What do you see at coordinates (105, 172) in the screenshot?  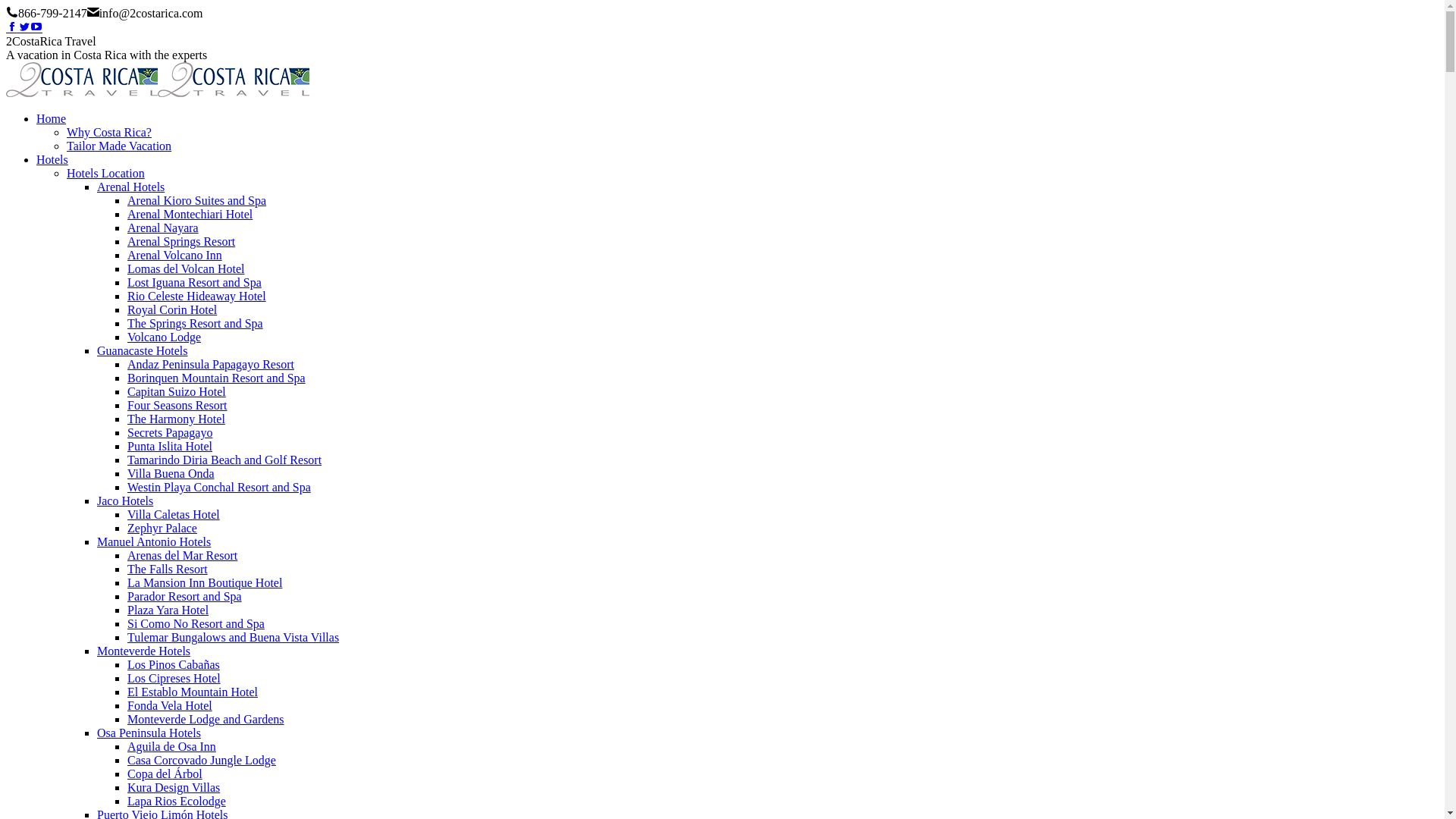 I see `'Hotels Location'` at bounding box center [105, 172].